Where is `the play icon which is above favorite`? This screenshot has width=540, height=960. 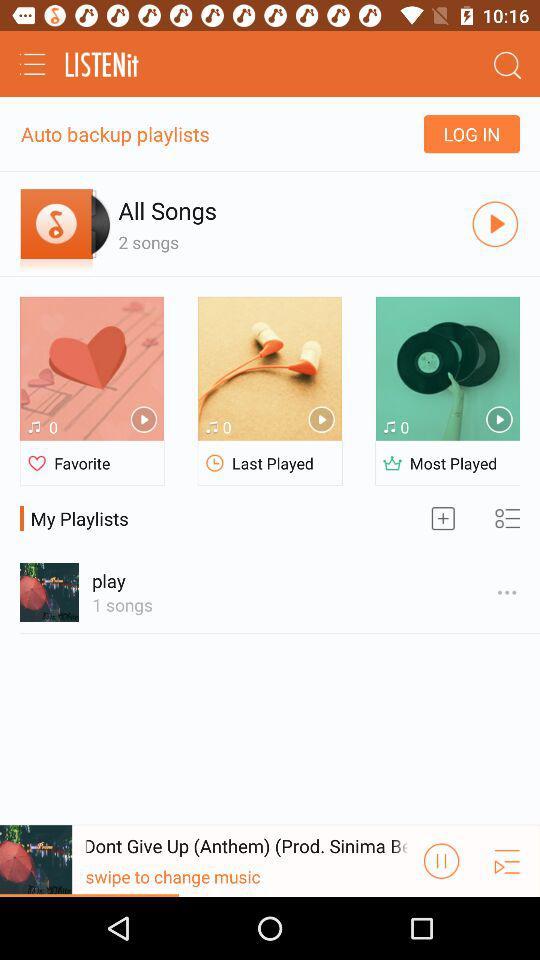
the play icon which is above favorite is located at coordinates (143, 419).